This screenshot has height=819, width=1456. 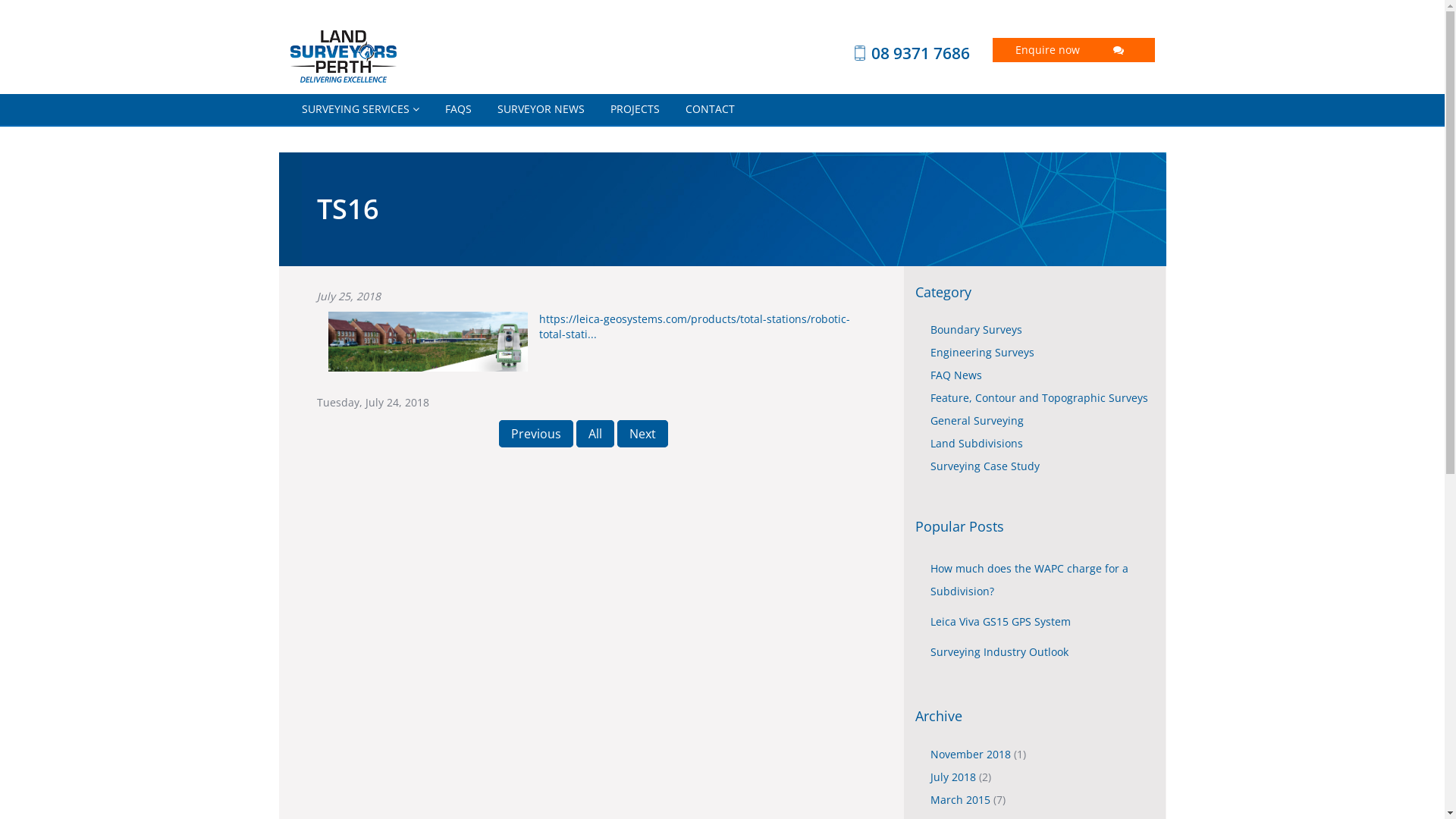 What do you see at coordinates (930, 465) in the screenshot?
I see `'Surveying Case Study'` at bounding box center [930, 465].